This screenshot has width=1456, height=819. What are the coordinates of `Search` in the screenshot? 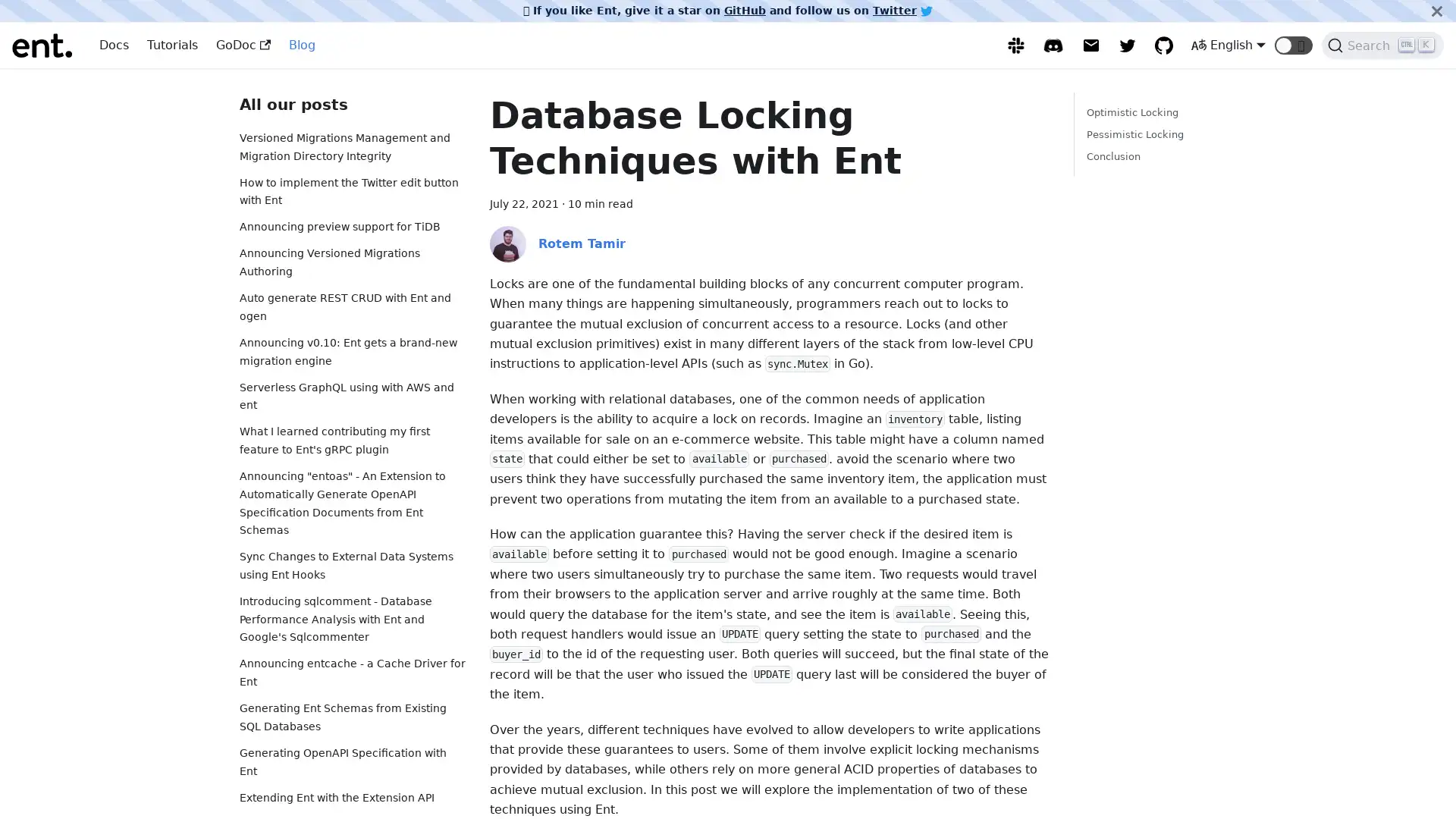 It's located at (1382, 45).